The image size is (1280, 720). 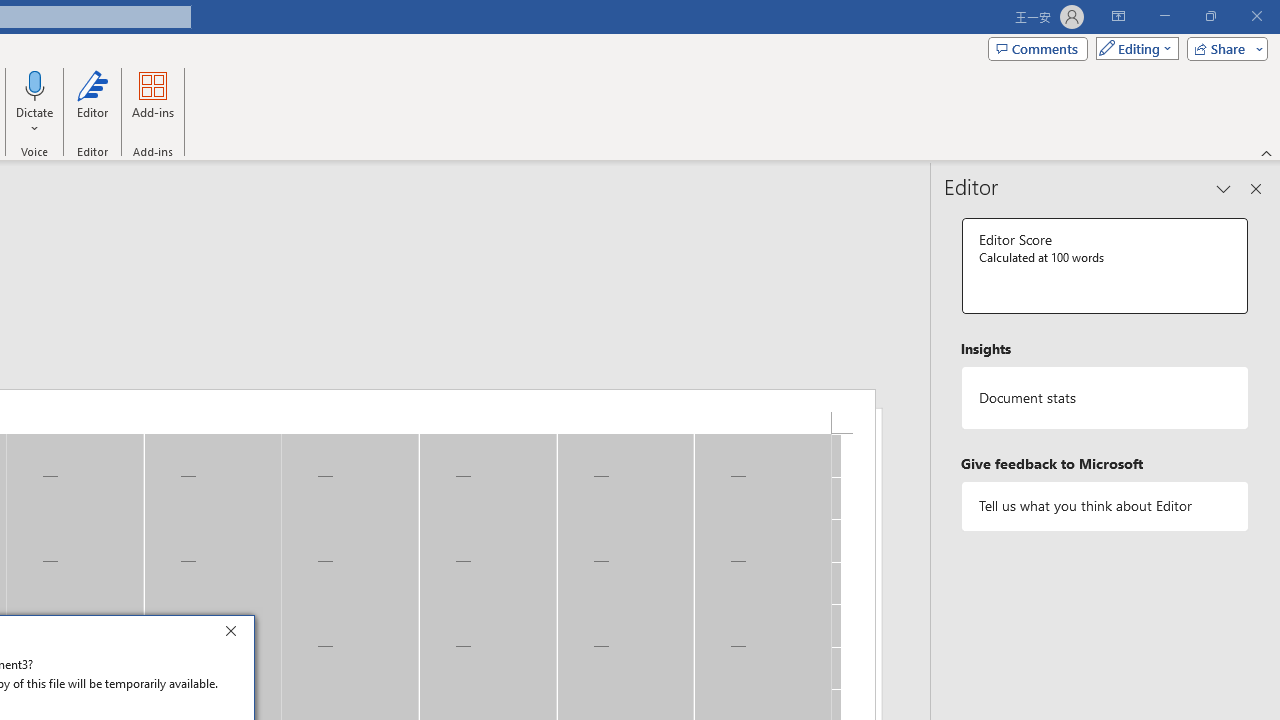 What do you see at coordinates (1104, 505) in the screenshot?
I see `'Tell us what you think about Editor'` at bounding box center [1104, 505].